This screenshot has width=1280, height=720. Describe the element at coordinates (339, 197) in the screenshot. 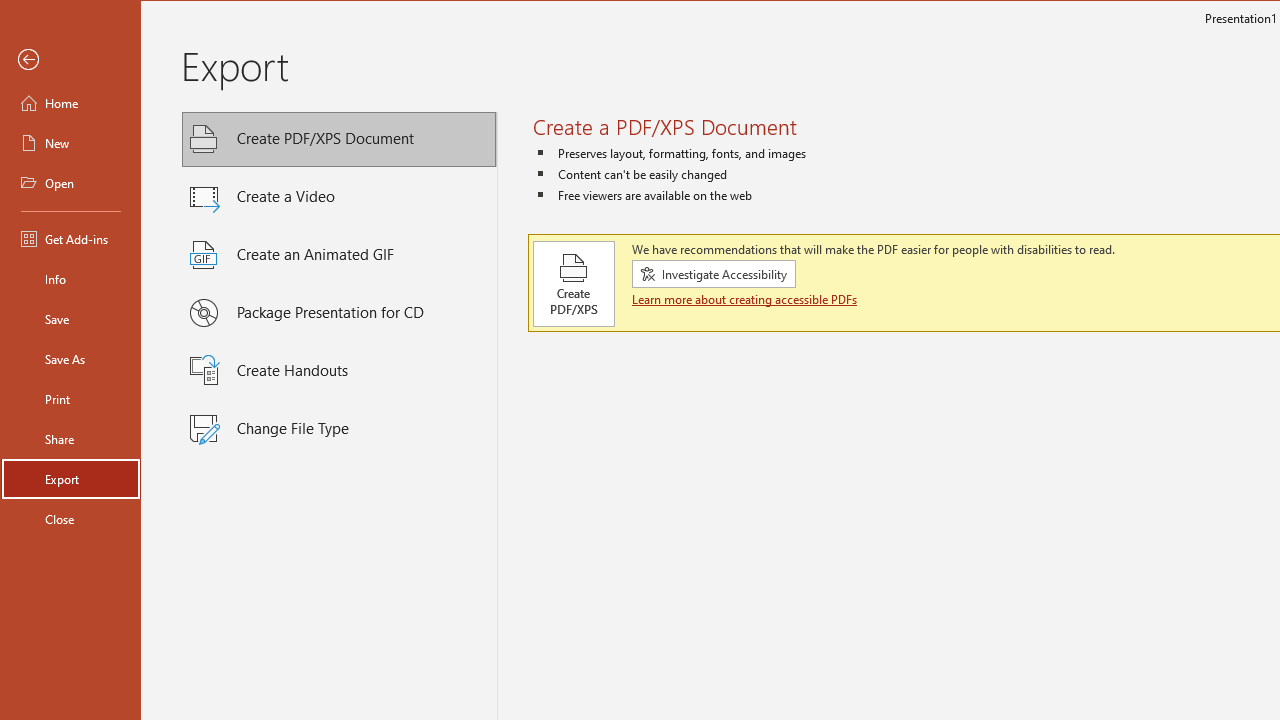

I see `'Create a Video'` at that location.